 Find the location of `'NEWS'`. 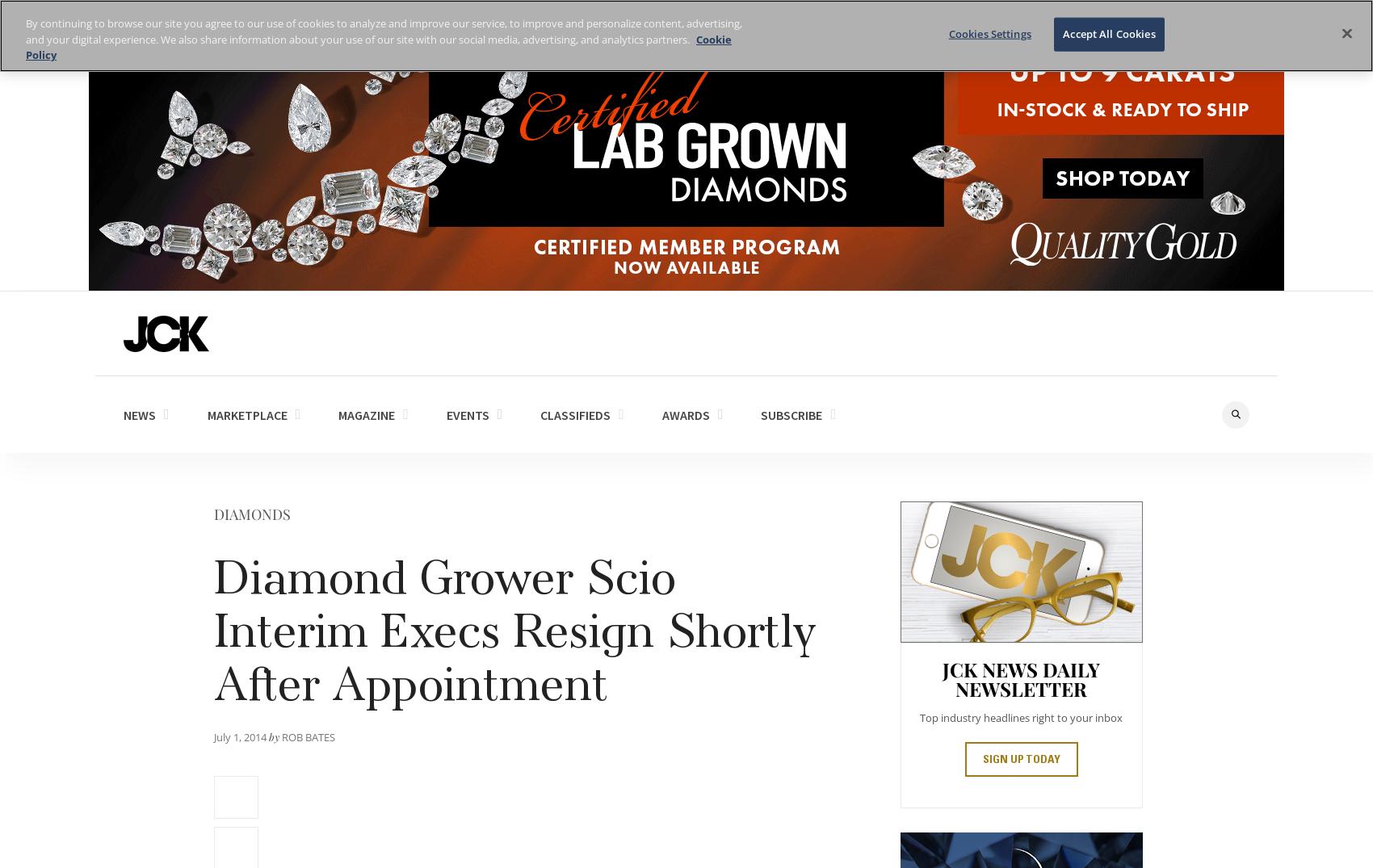

'NEWS' is located at coordinates (139, 413).